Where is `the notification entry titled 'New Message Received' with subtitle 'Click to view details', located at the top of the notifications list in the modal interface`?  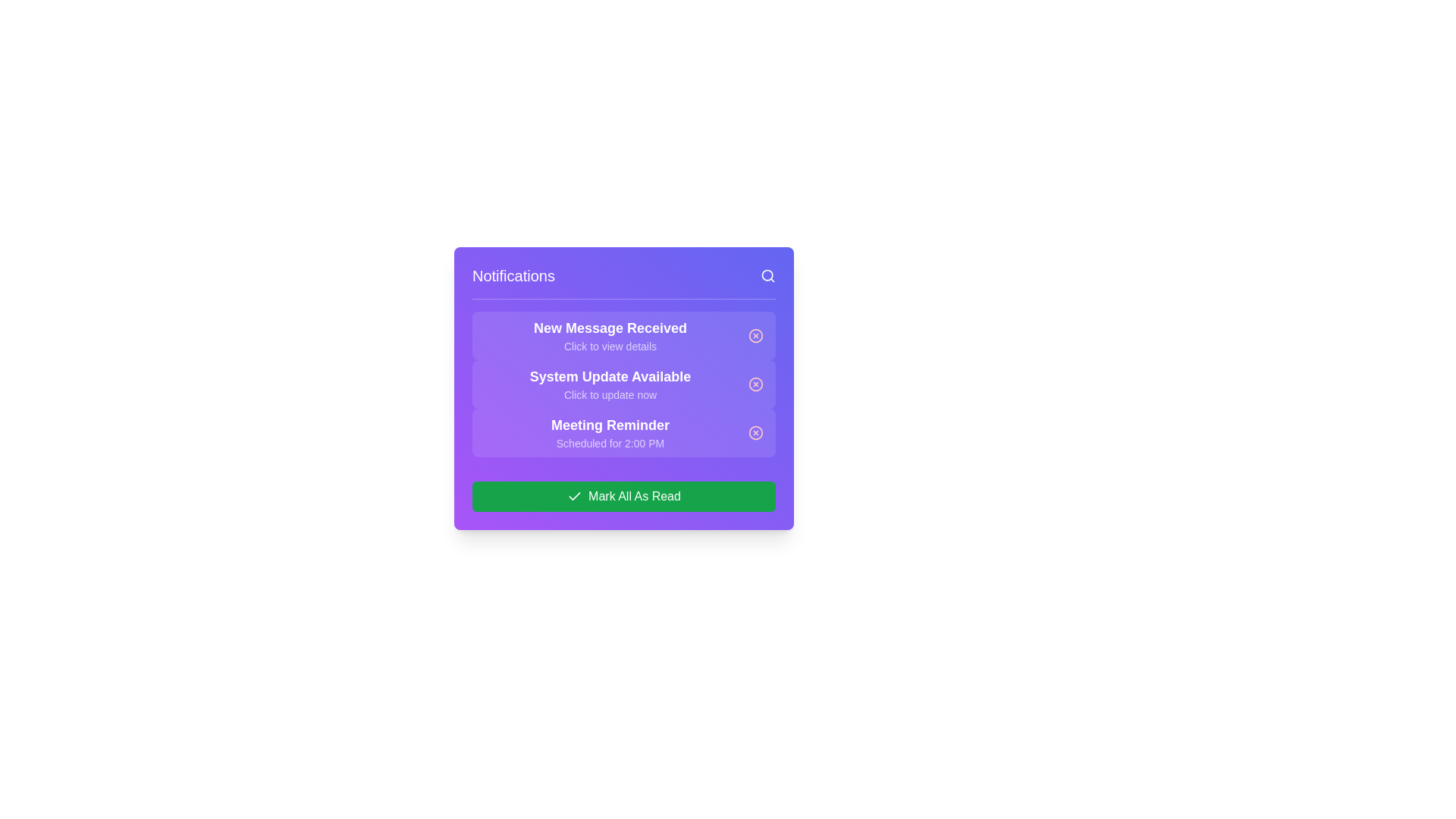 the notification entry titled 'New Message Received' with subtitle 'Click to view details', located at the top of the notifications list in the modal interface is located at coordinates (610, 335).